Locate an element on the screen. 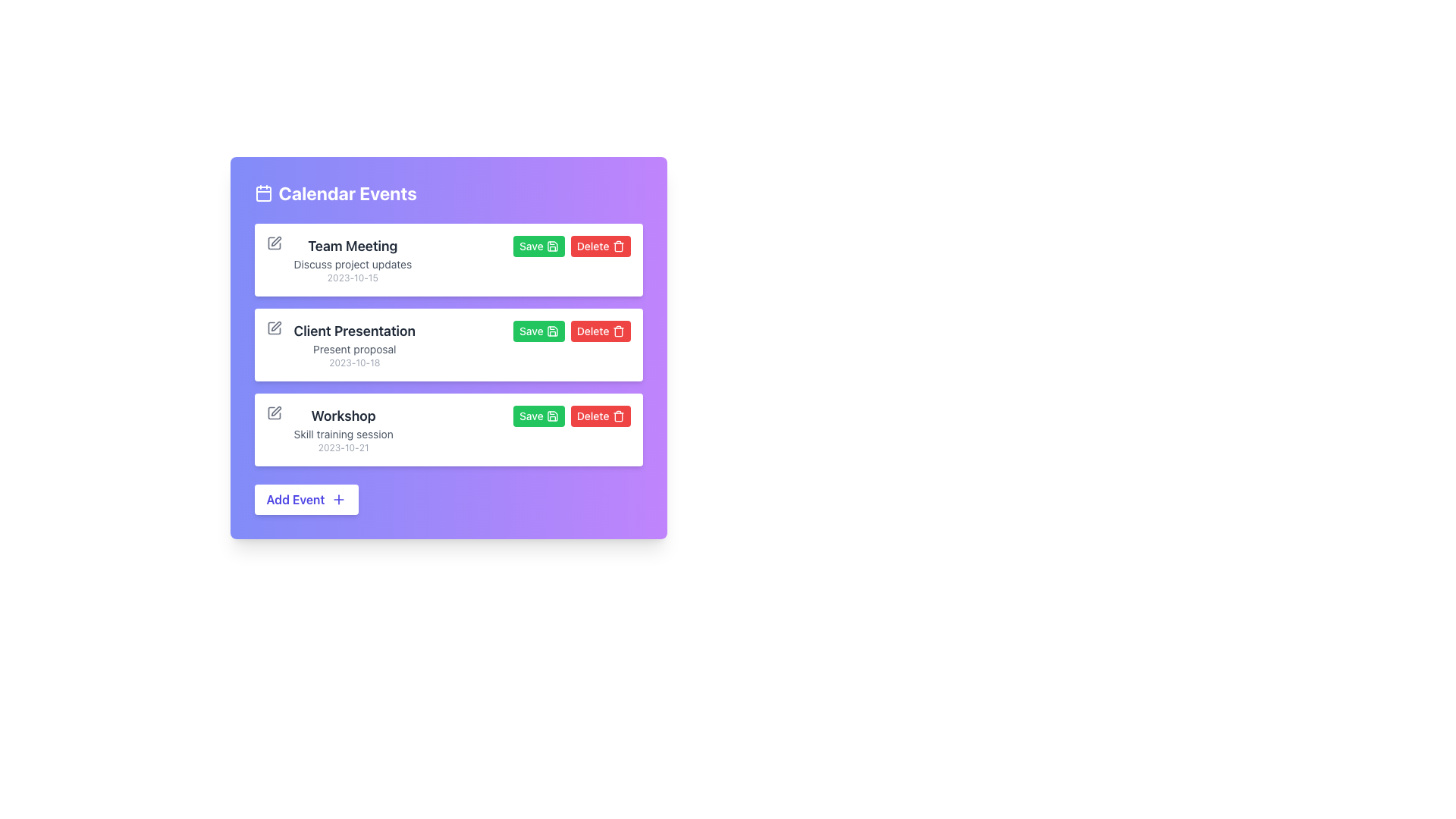 Image resolution: width=1456 pixels, height=819 pixels. the red trash can icon located at the right end of the 'Delete' button in the action panel for the 'Workshop' event is located at coordinates (618, 416).